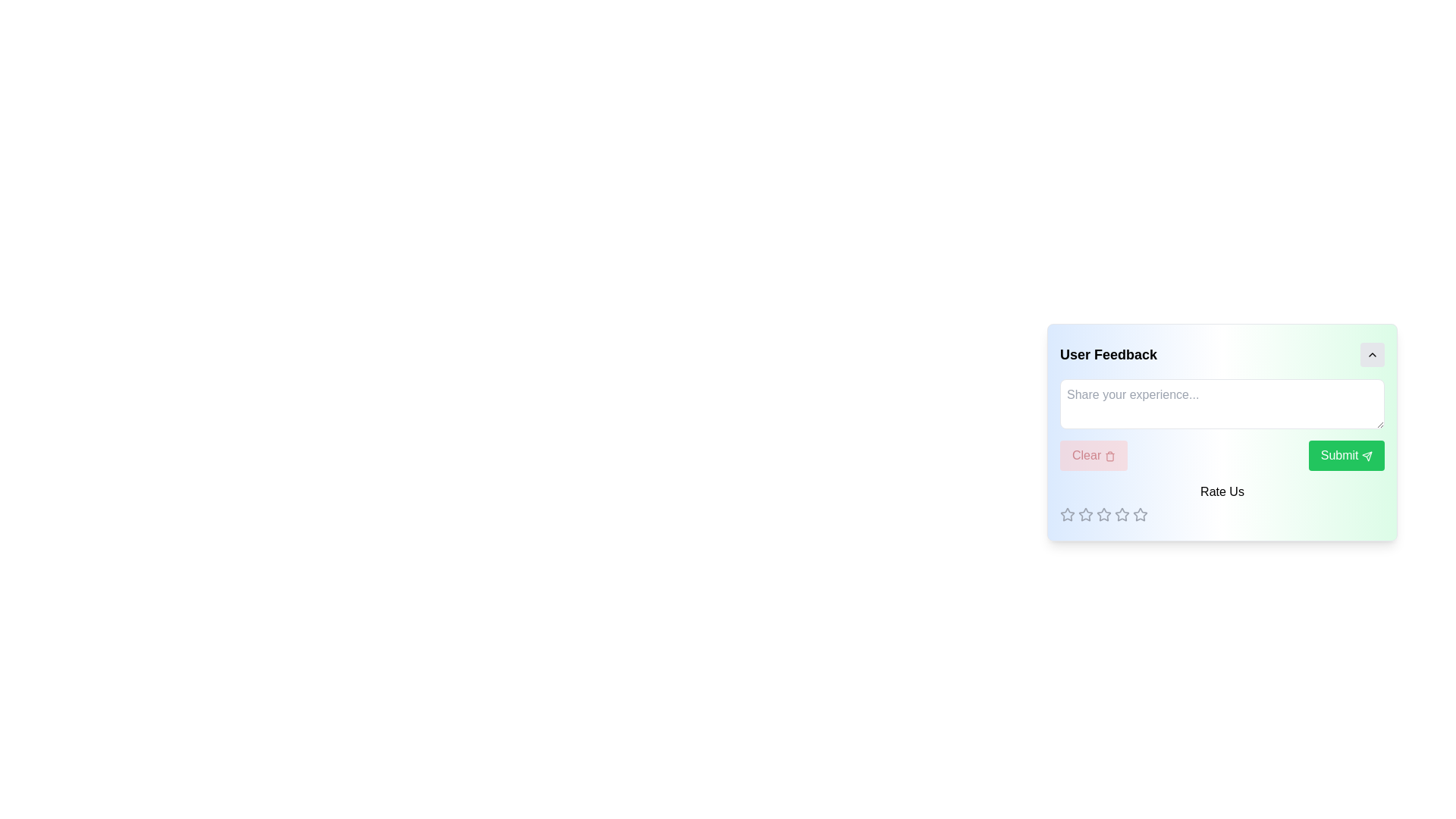 This screenshot has width=1456, height=819. Describe the element at coordinates (1346, 455) in the screenshot. I see `the submission button located in the bottom-right corner of the feedback form to observe the hover effect` at that location.